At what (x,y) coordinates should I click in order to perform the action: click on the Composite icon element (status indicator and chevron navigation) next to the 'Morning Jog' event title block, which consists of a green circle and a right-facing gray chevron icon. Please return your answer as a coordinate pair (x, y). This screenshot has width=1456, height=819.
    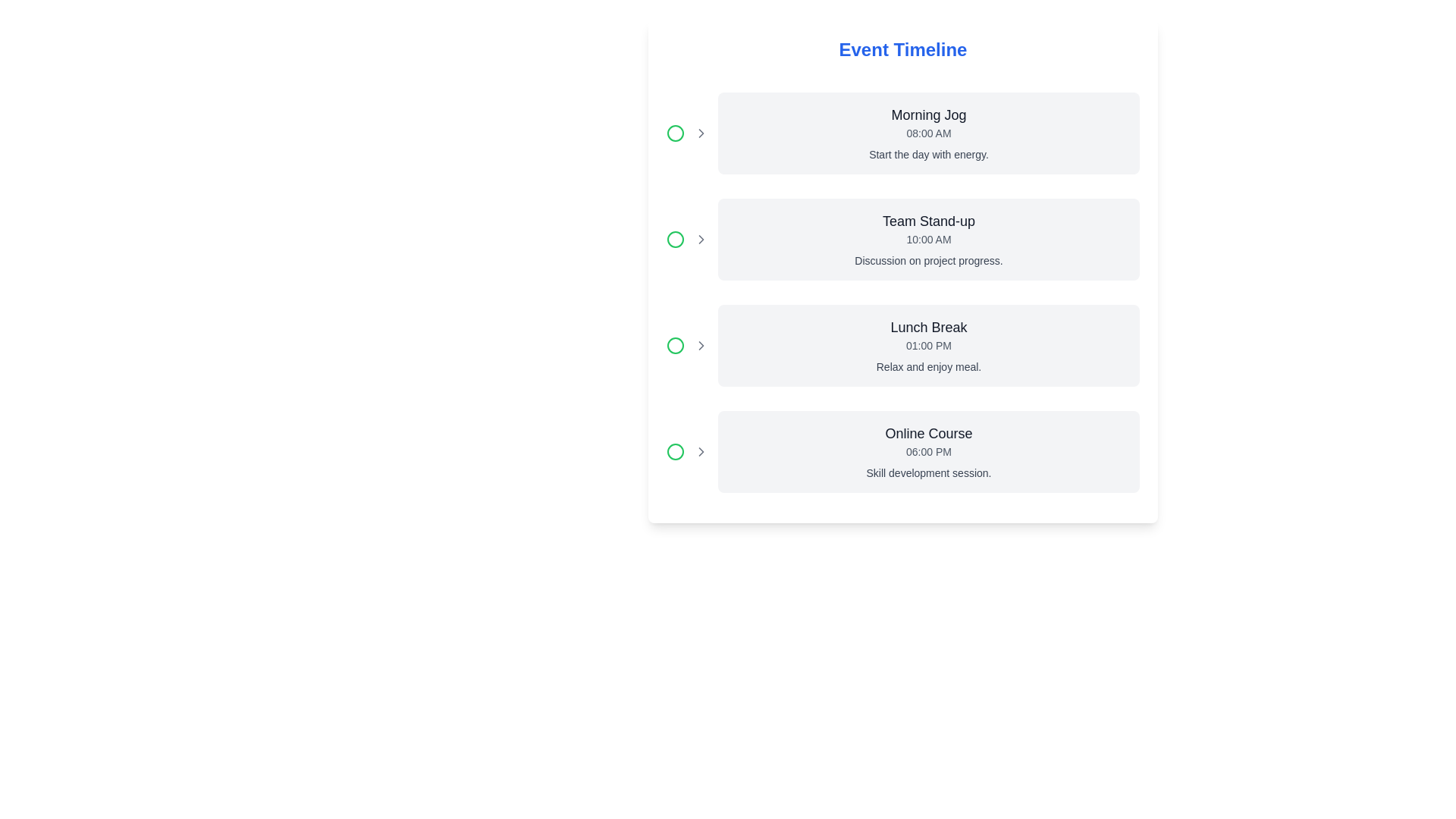
    Looking at the image, I should click on (691, 133).